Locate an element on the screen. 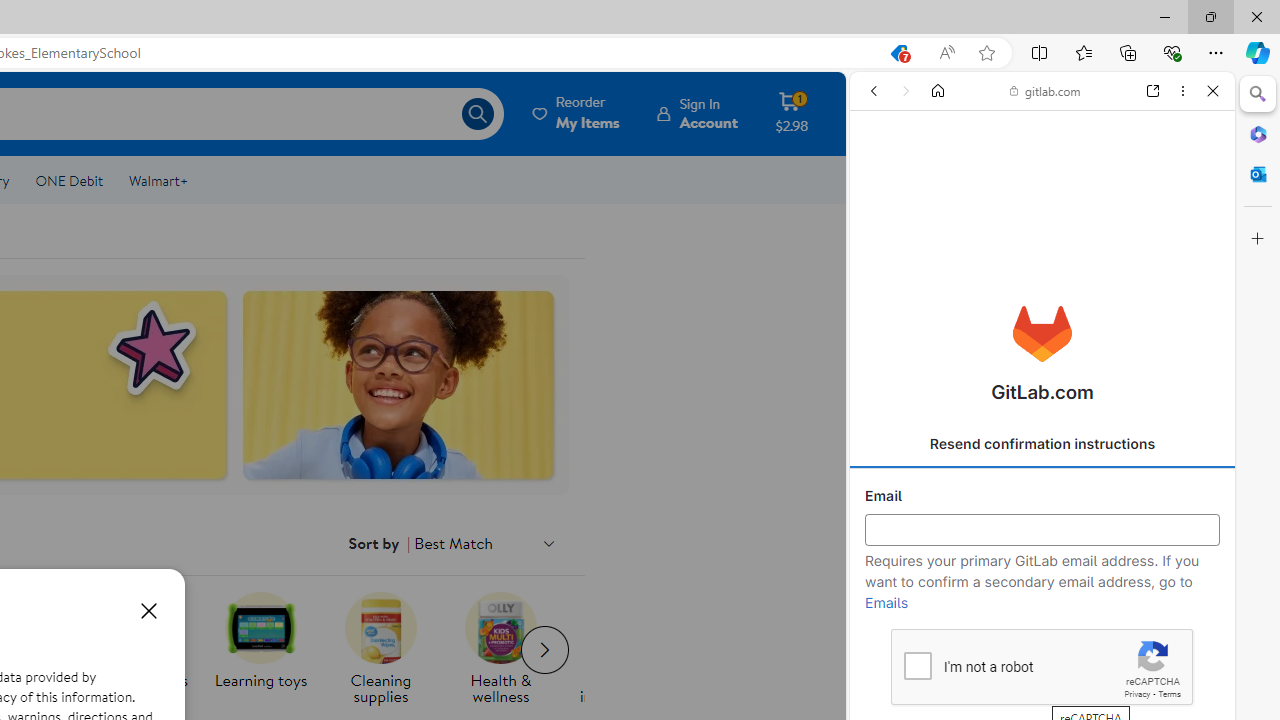  'Email' is located at coordinates (1041, 529).